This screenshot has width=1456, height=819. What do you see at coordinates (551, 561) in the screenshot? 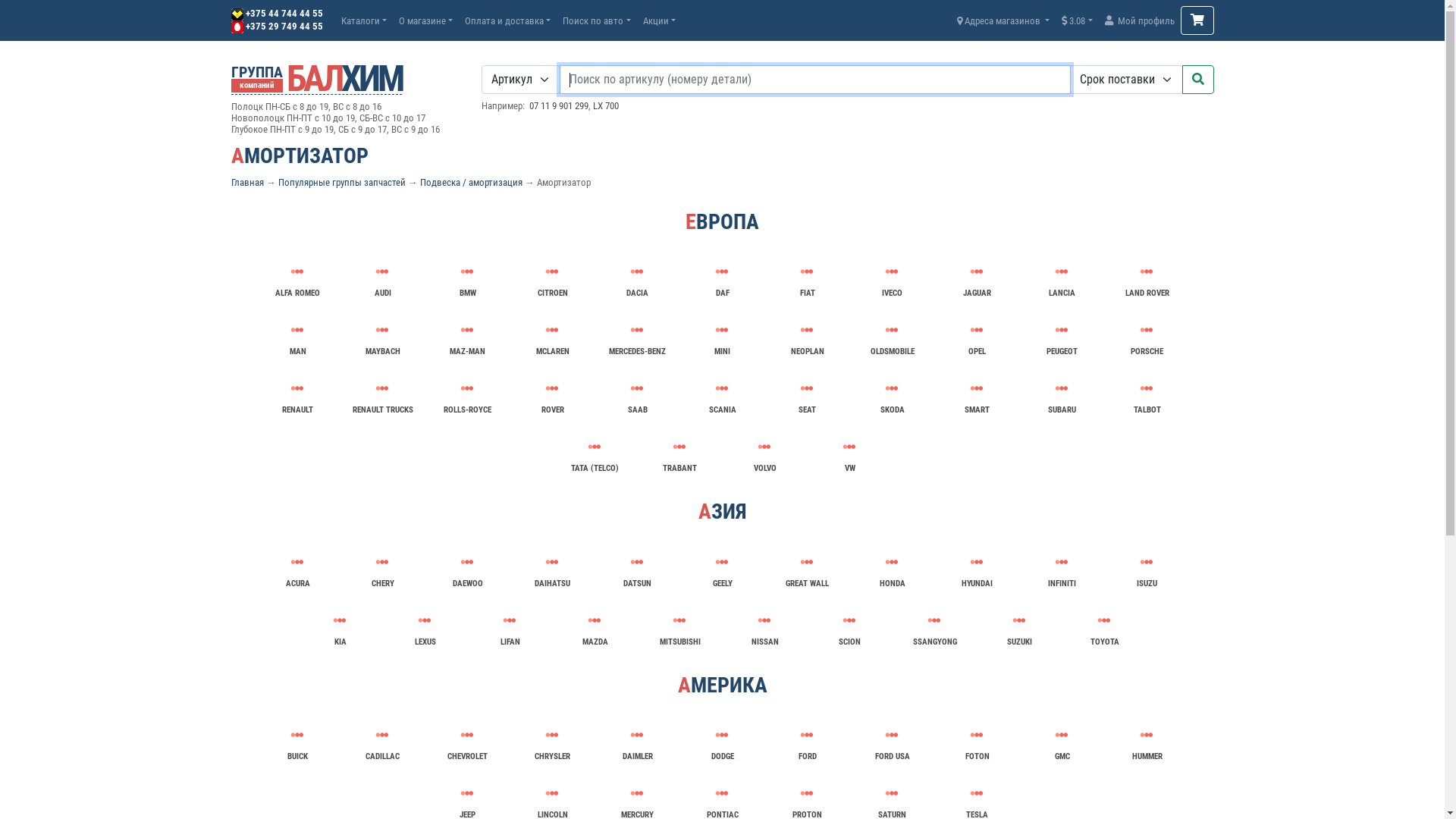
I see `'DAIHATSU'` at bounding box center [551, 561].